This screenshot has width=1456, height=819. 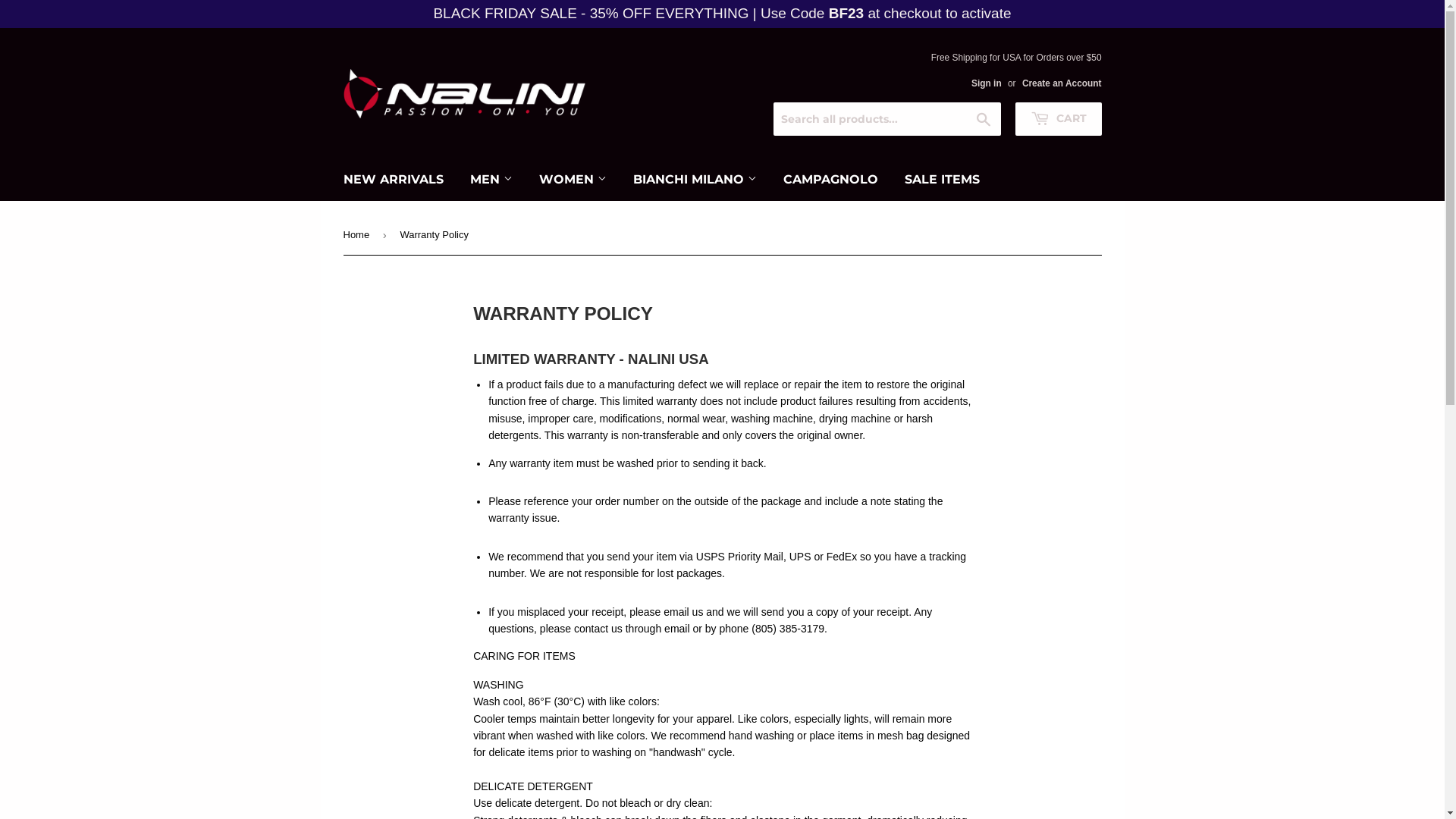 What do you see at coordinates (491, 178) in the screenshot?
I see `'MEN'` at bounding box center [491, 178].